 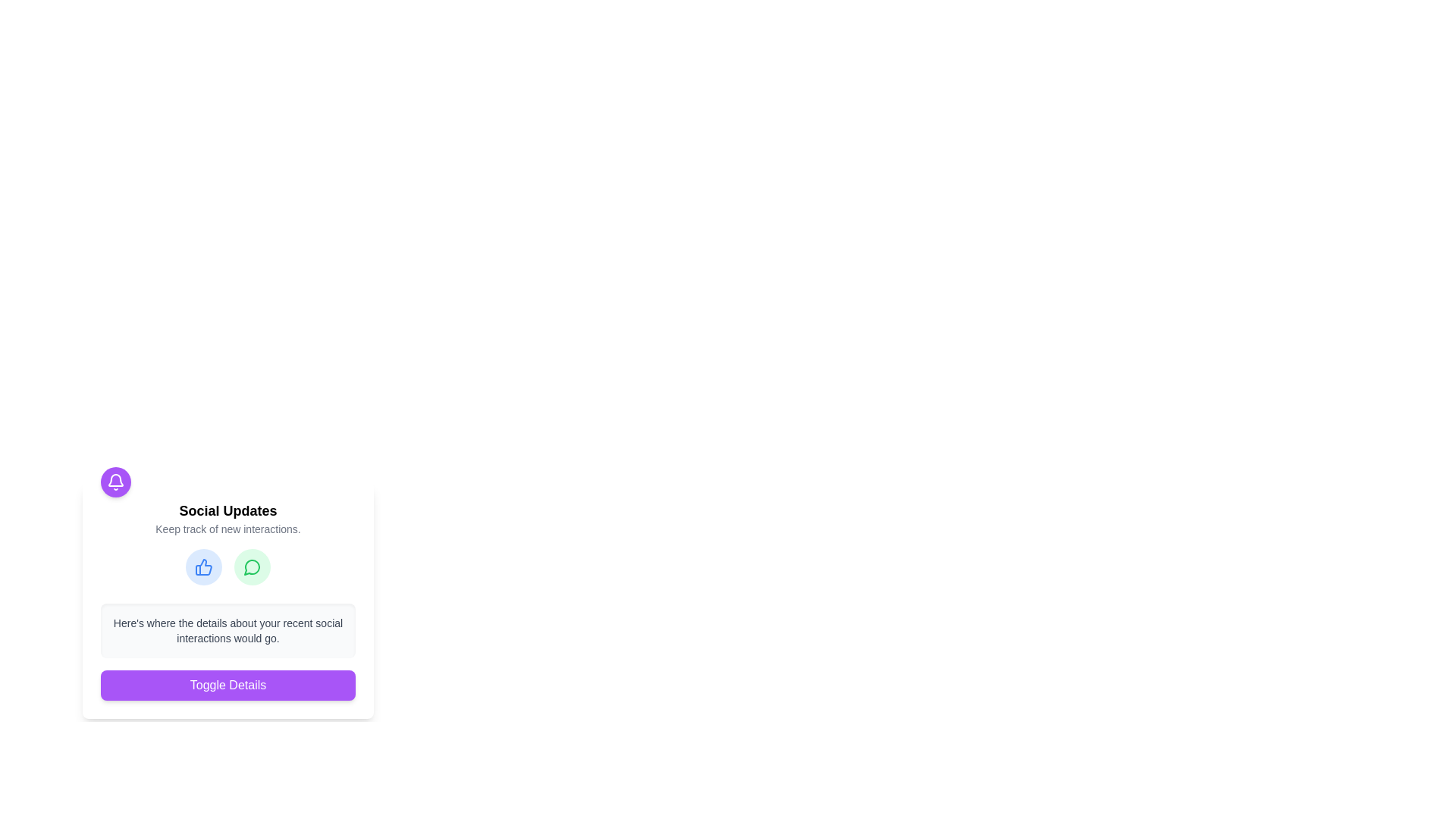 What do you see at coordinates (227, 685) in the screenshot?
I see `the toggle button located at the bottom of the white card to observe the hover effects it provides` at bounding box center [227, 685].